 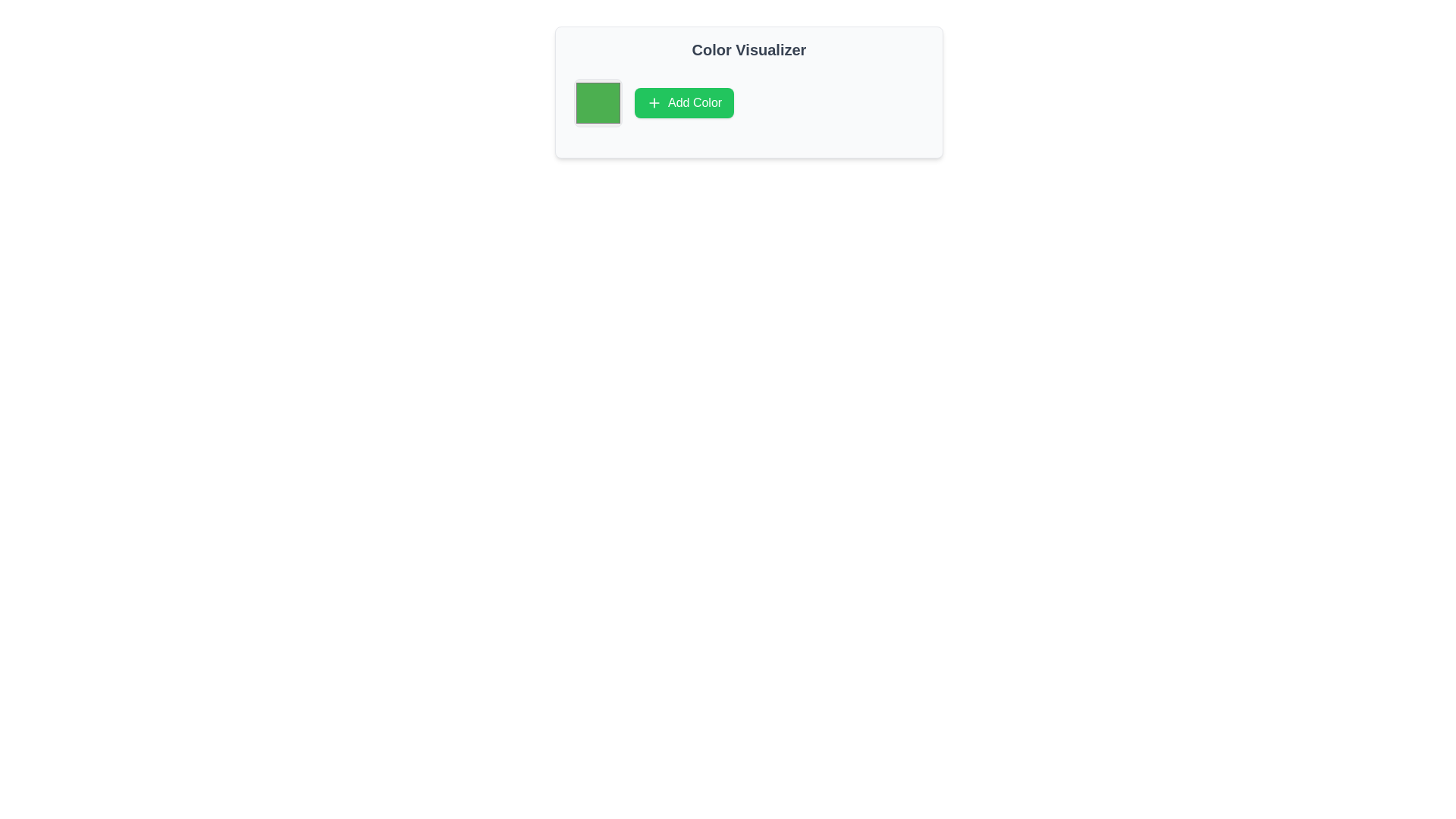 What do you see at coordinates (597, 102) in the screenshot?
I see `the green color swatch in the Color Selector Display` at bounding box center [597, 102].